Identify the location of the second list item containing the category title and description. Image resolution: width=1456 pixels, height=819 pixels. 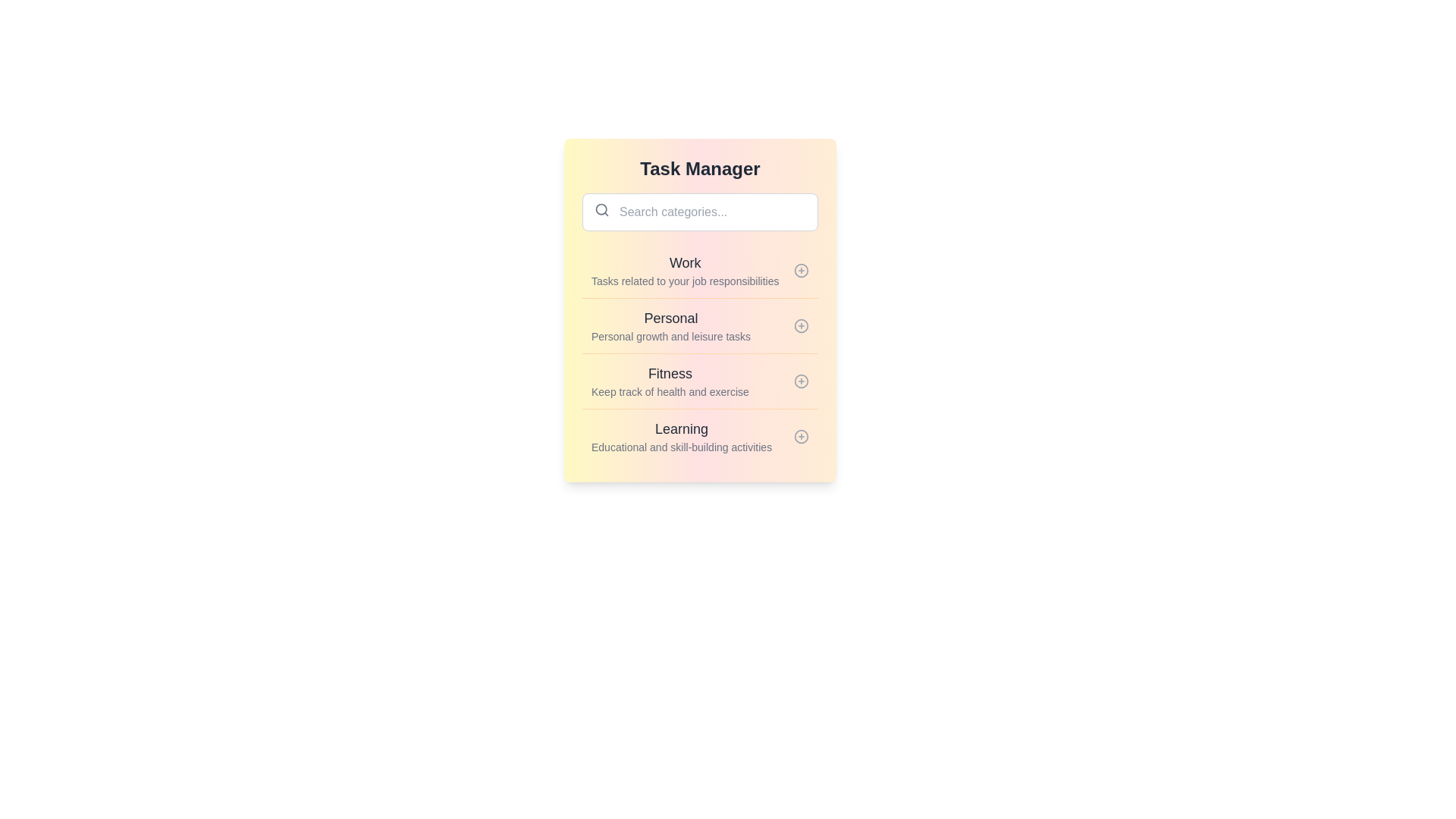
(699, 309).